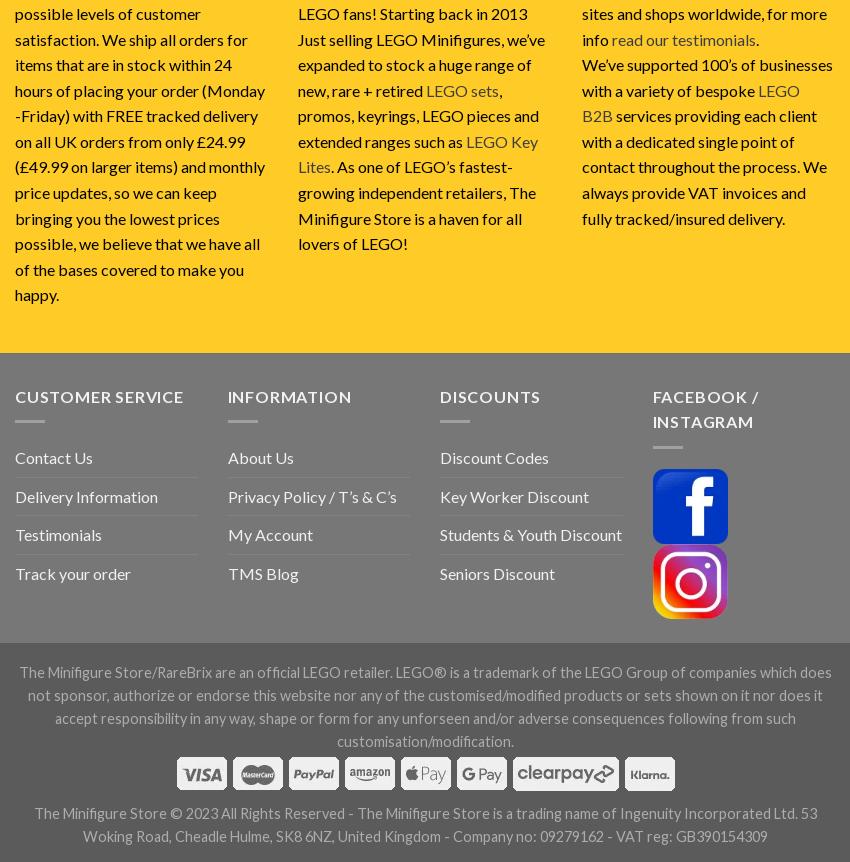 The width and height of the screenshot is (850, 862). Describe the element at coordinates (490, 394) in the screenshot. I see `'Discounts'` at that location.